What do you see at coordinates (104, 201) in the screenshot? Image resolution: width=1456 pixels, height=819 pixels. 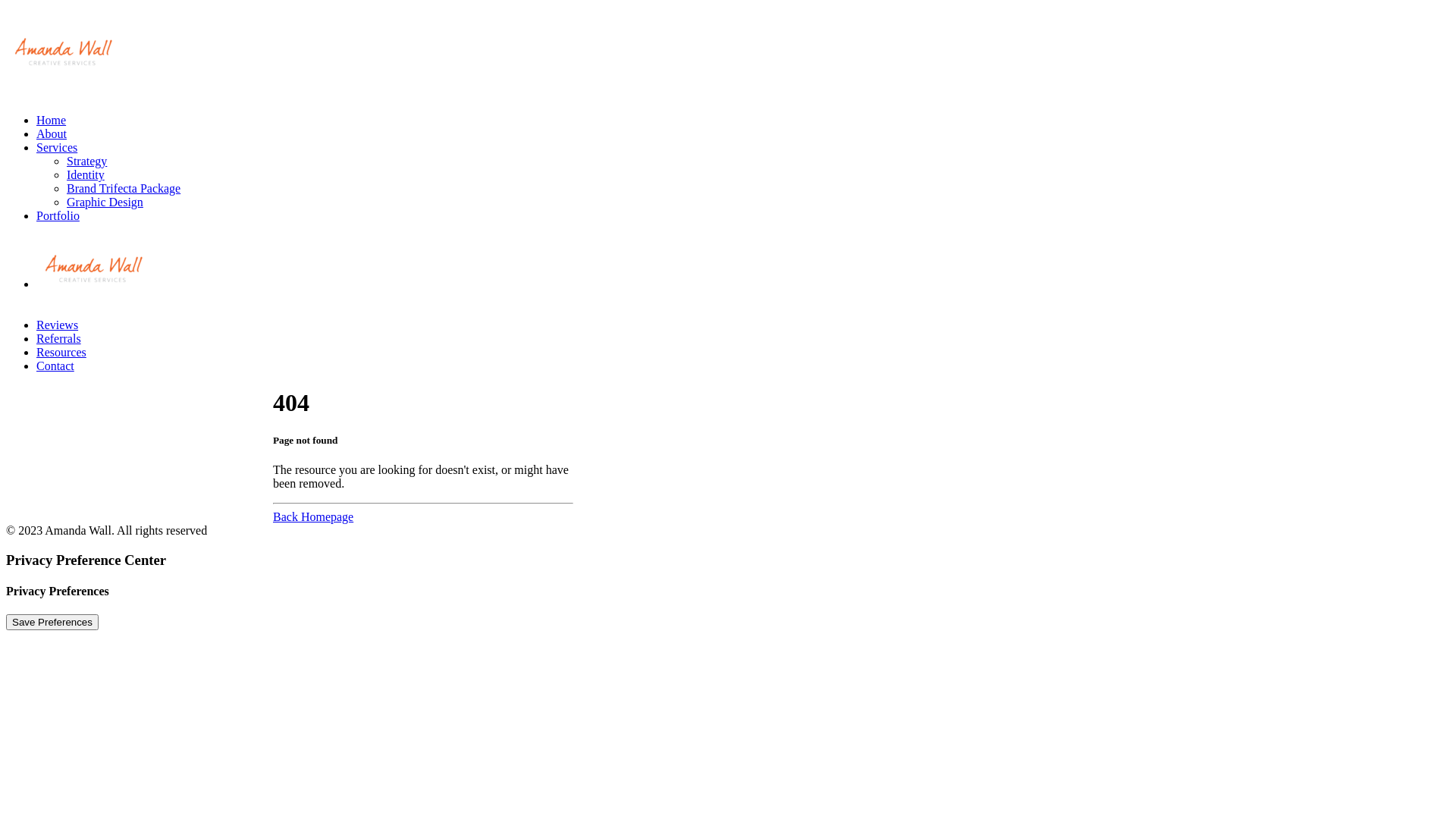 I see `'Graphic Design'` at bounding box center [104, 201].